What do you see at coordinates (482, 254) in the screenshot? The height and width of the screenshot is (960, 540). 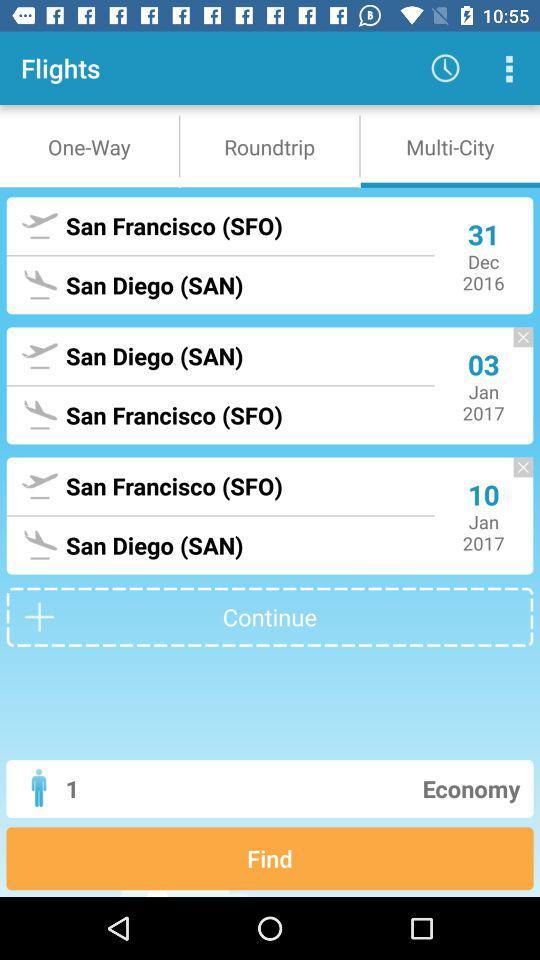 I see `the 31` at bounding box center [482, 254].